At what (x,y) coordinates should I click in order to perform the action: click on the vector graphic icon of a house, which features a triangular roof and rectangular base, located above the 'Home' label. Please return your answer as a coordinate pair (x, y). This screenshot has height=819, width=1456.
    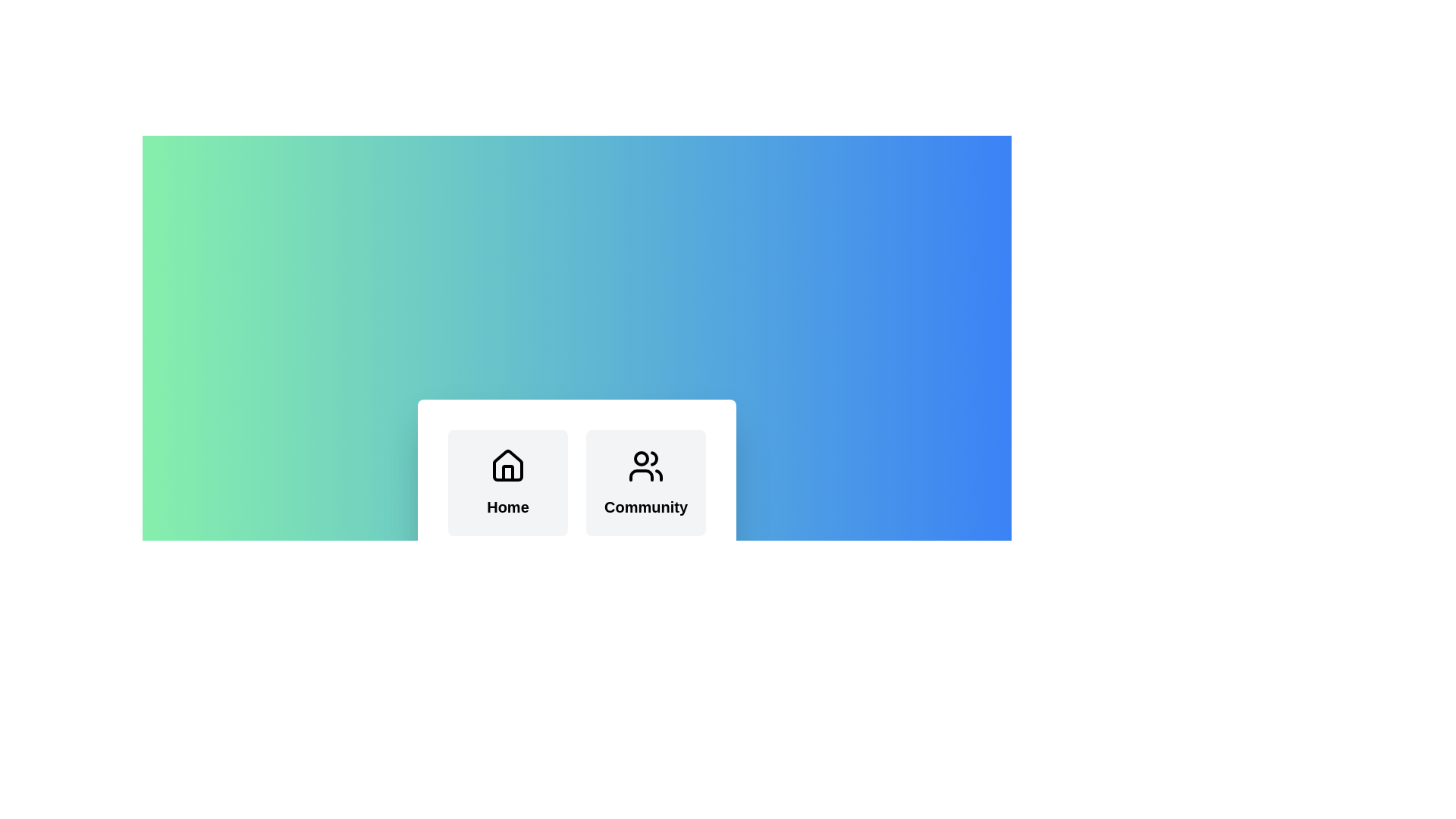
    Looking at the image, I should click on (508, 464).